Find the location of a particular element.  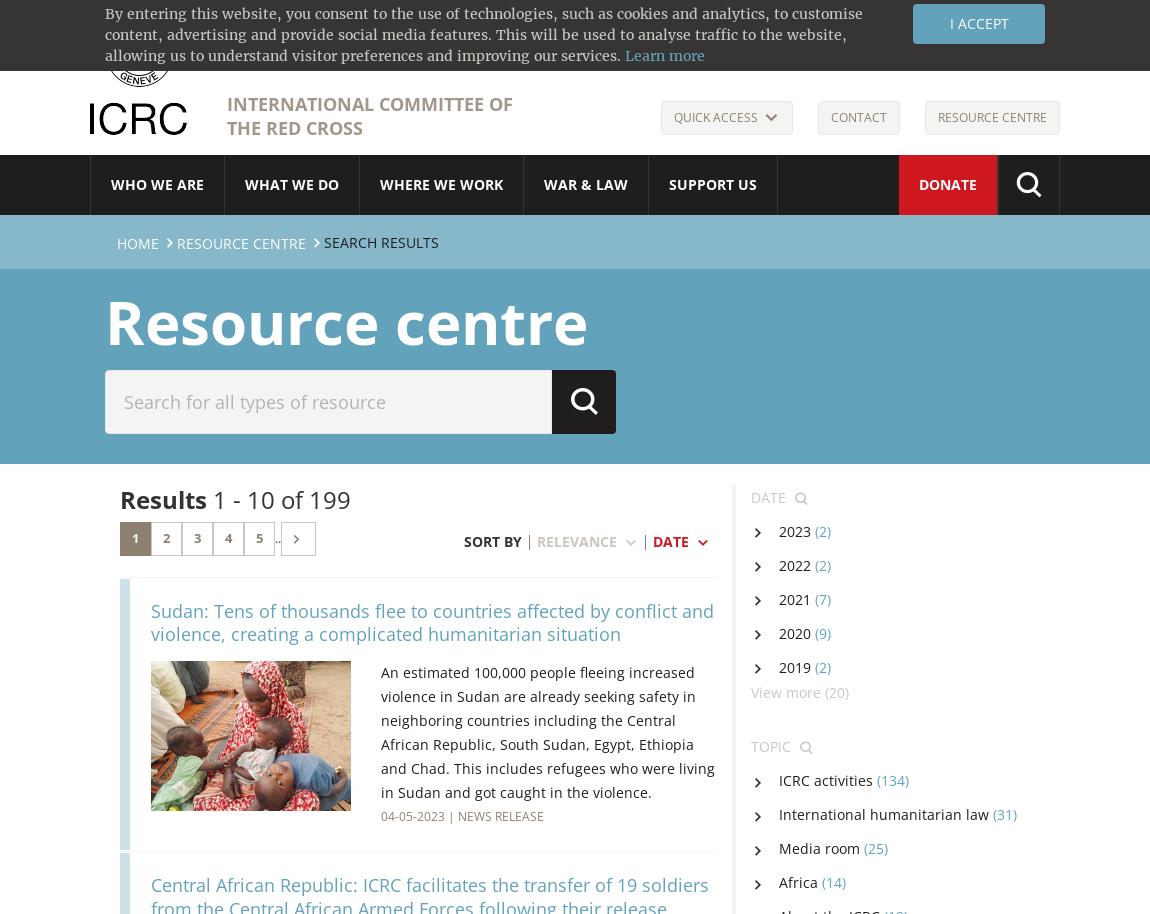

'Learn more' is located at coordinates (624, 55).